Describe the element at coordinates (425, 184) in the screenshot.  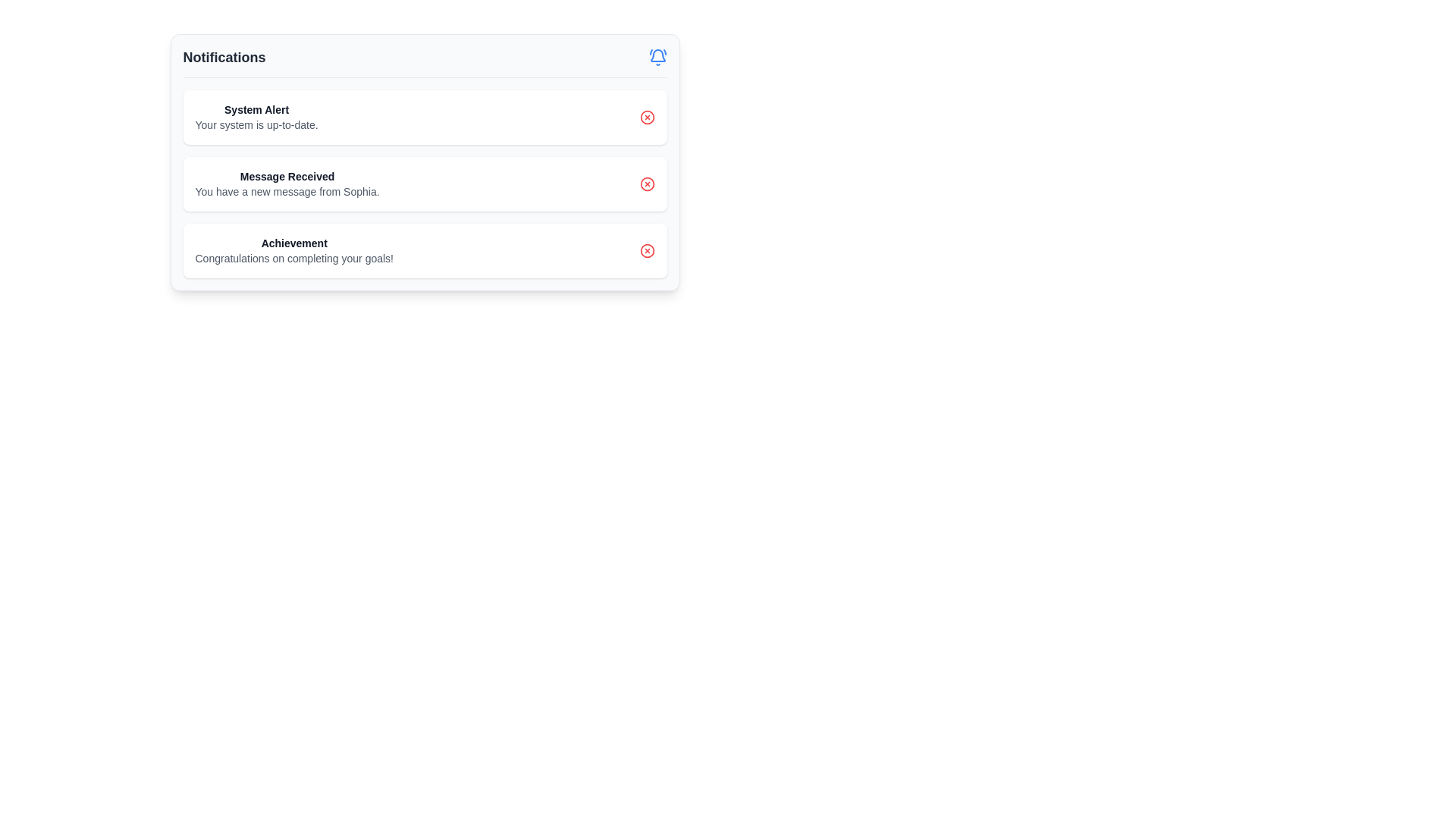
I see `the Notification Card that contains a message from Sophia` at that location.